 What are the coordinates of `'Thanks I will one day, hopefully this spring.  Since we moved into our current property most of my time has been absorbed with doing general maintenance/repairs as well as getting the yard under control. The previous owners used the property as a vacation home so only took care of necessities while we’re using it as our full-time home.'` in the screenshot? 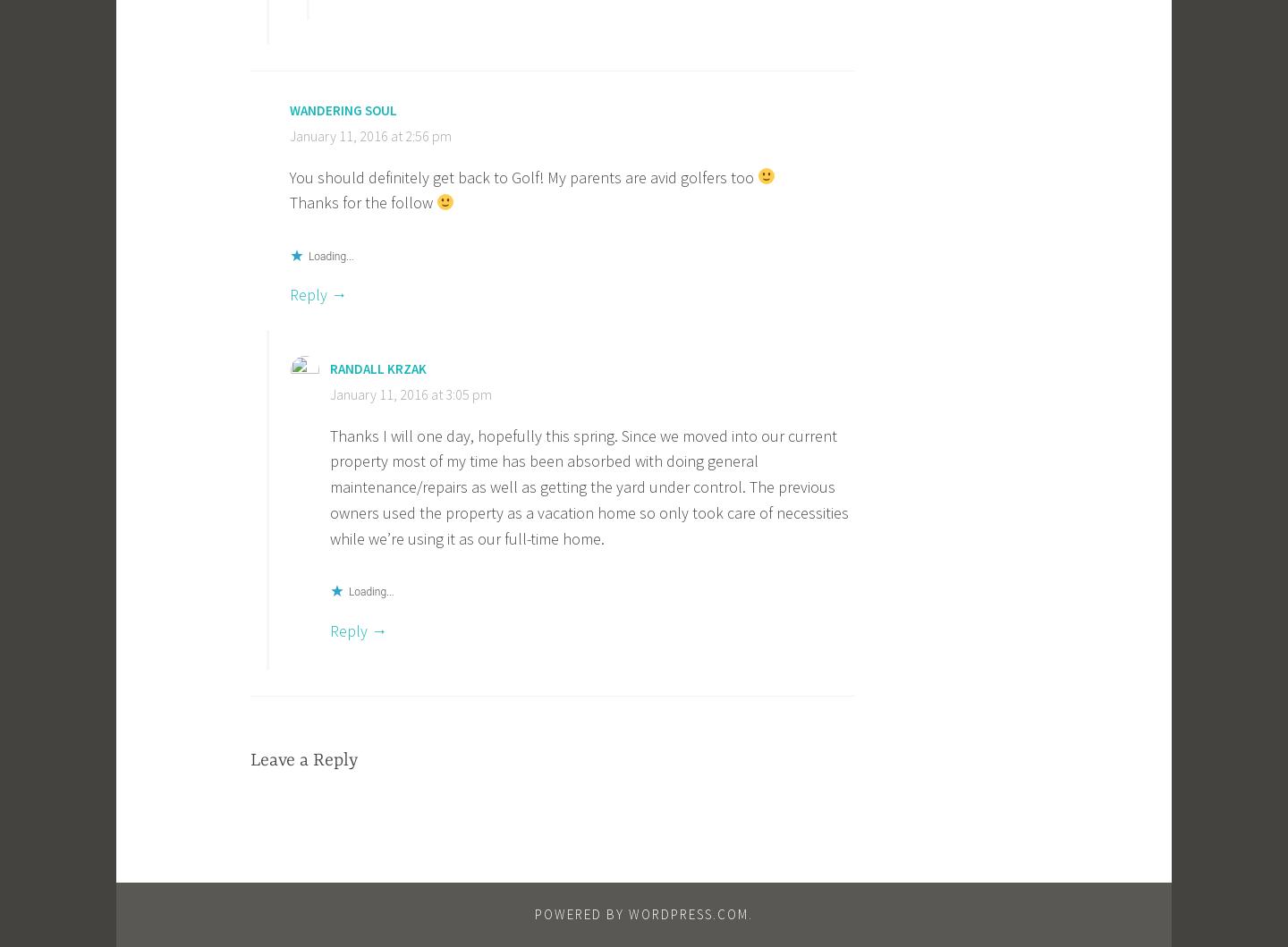 It's located at (588, 486).